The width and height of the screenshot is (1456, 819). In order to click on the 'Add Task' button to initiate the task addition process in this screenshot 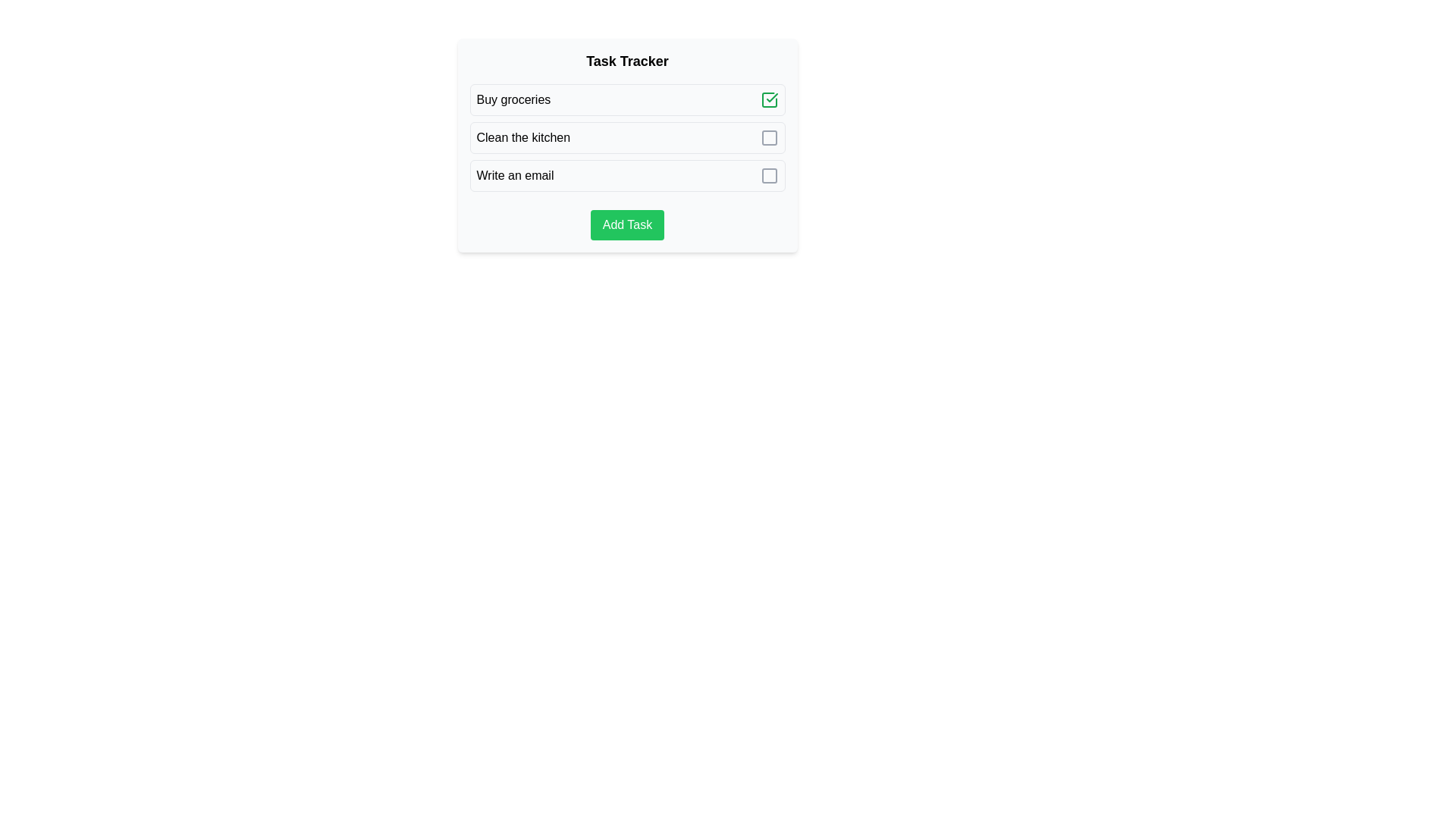, I will do `click(627, 225)`.